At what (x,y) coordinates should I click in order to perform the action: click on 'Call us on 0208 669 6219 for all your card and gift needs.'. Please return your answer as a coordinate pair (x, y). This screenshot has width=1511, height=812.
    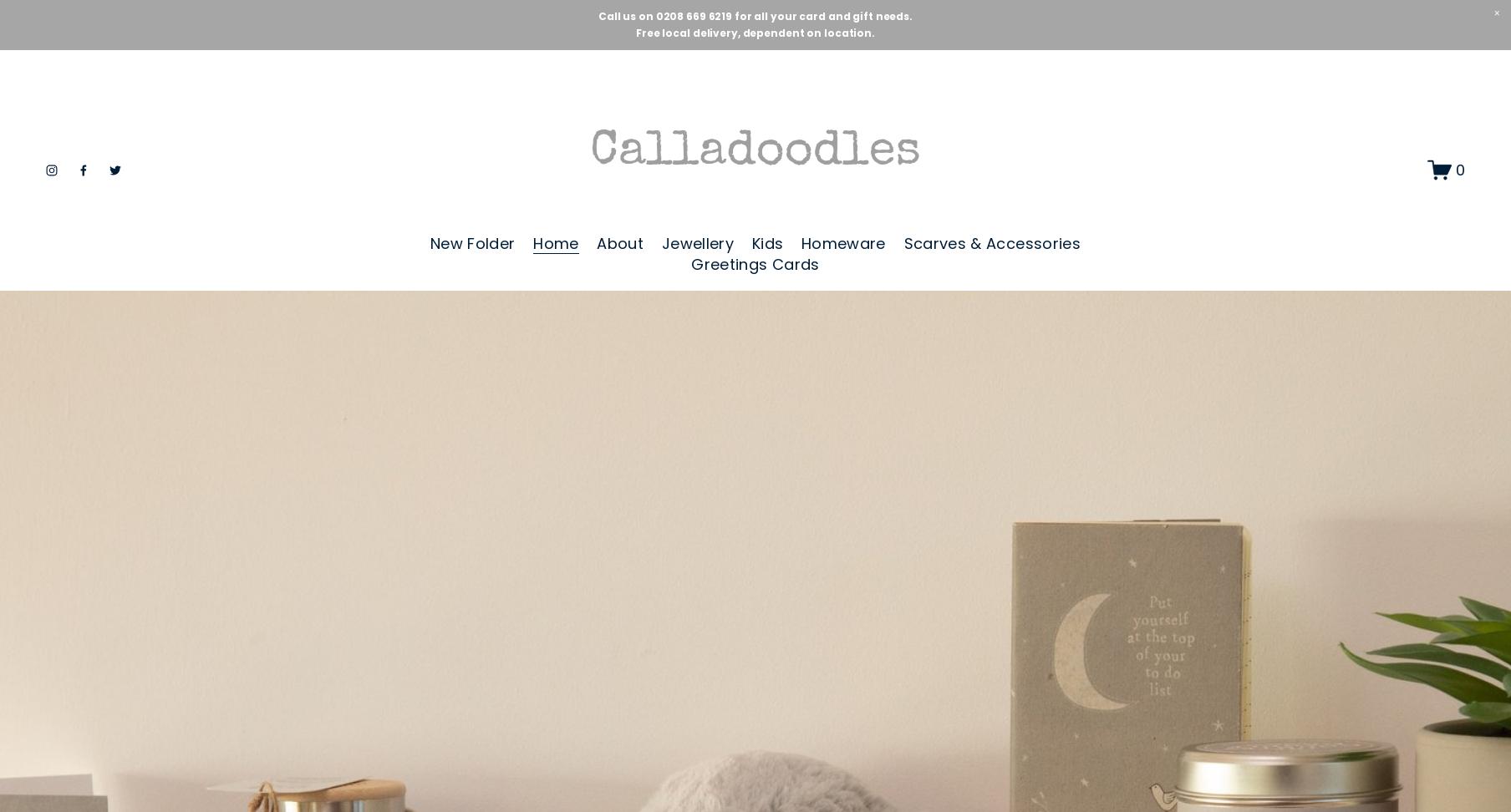
    Looking at the image, I should click on (754, 15).